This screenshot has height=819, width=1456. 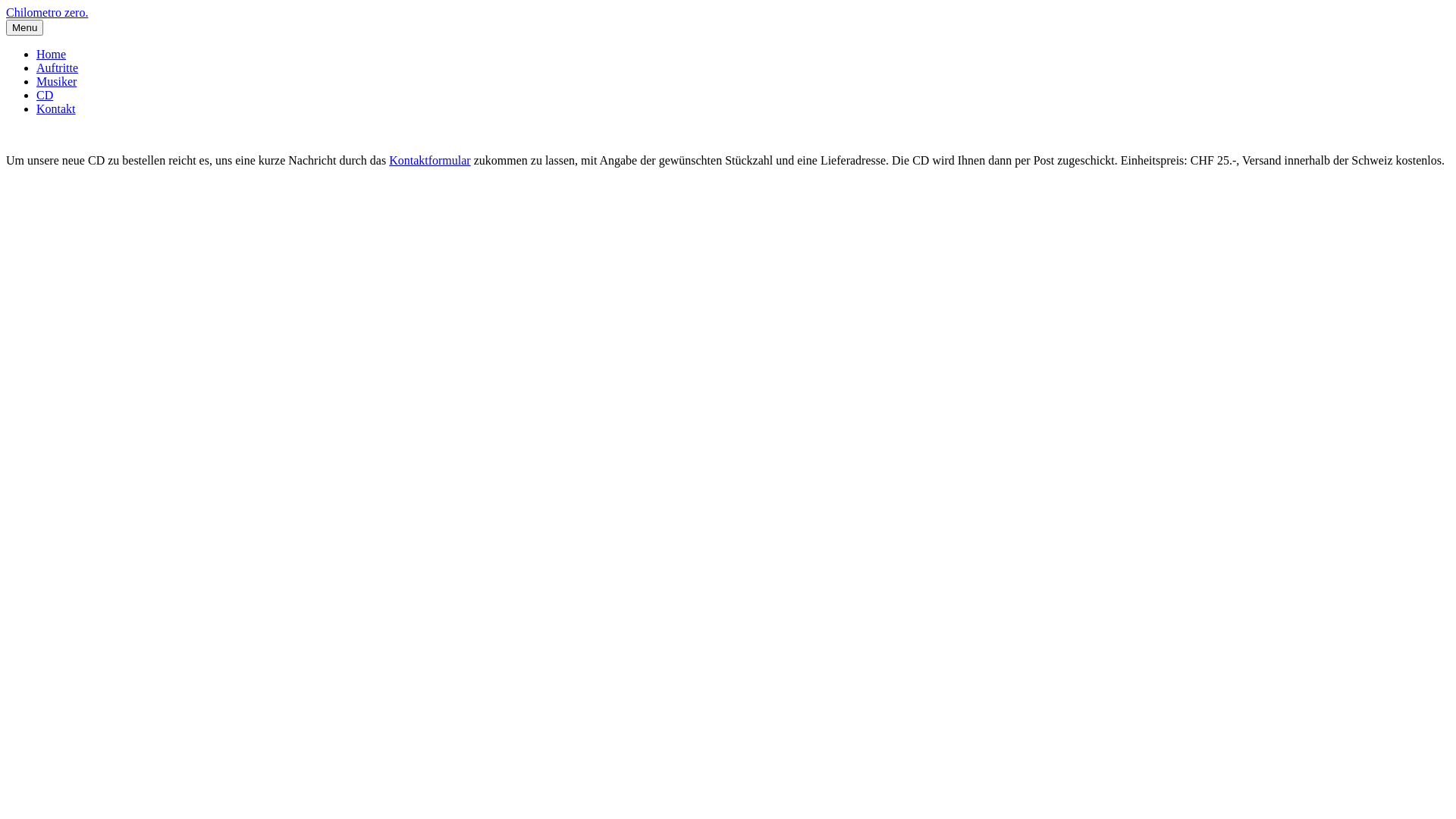 I want to click on 'Menu', so click(x=24, y=27).